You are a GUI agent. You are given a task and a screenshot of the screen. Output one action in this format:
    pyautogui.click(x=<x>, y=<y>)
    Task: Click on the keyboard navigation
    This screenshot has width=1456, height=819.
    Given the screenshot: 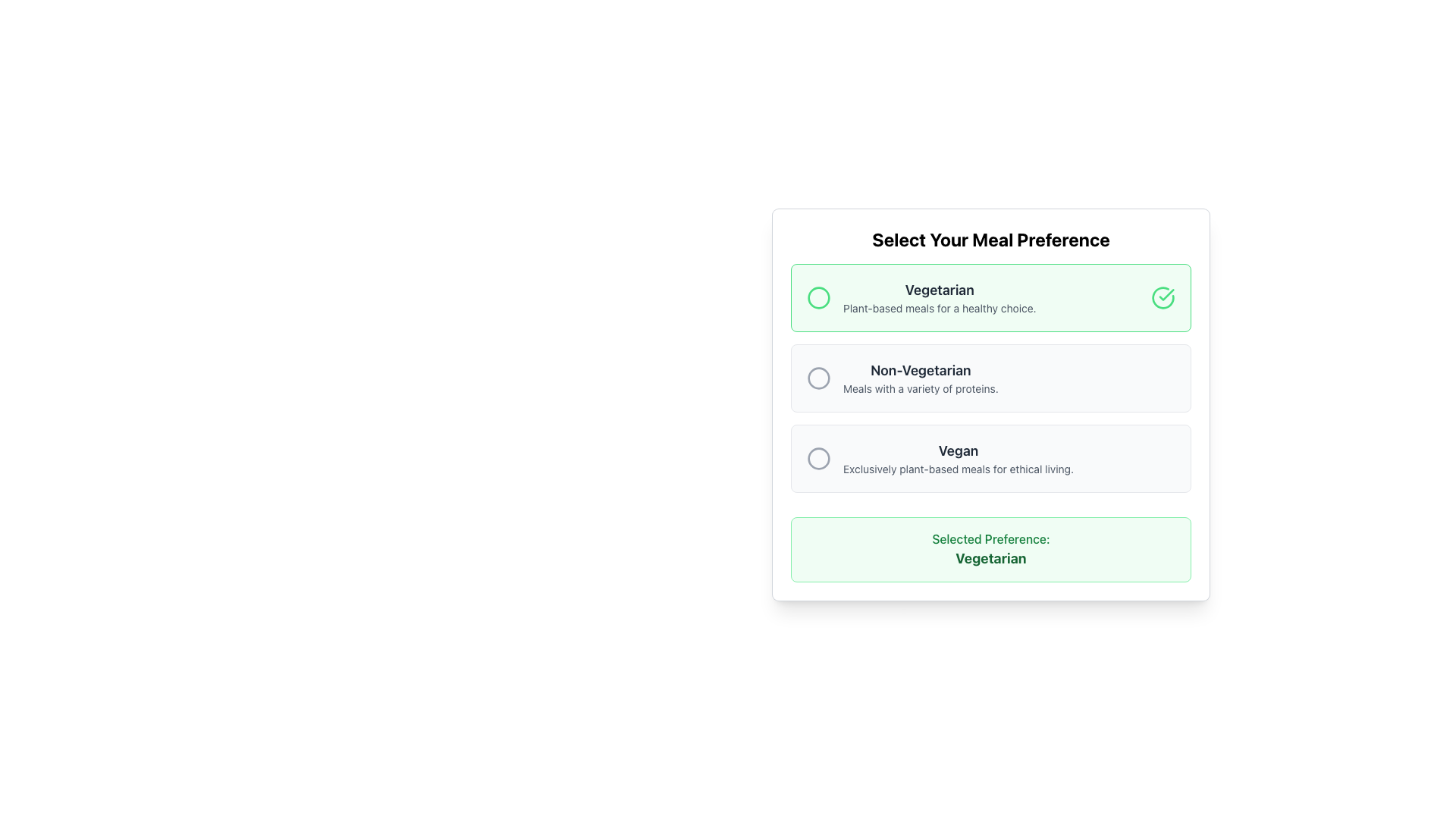 What is the action you would take?
    pyautogui.click(x=818, y=458)
    